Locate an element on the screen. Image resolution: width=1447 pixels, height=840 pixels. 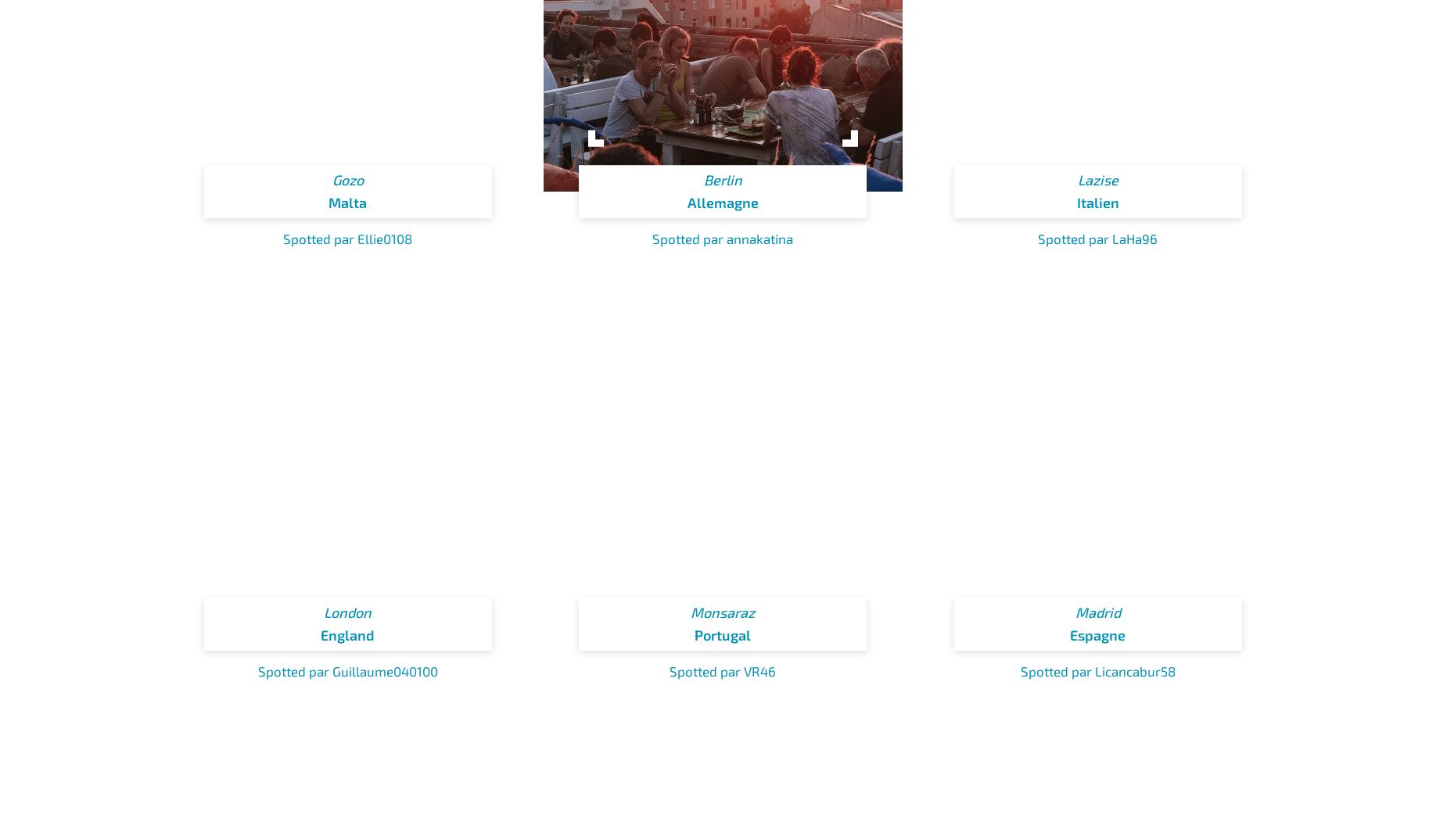
'London' is located at coordinates (346, 612).